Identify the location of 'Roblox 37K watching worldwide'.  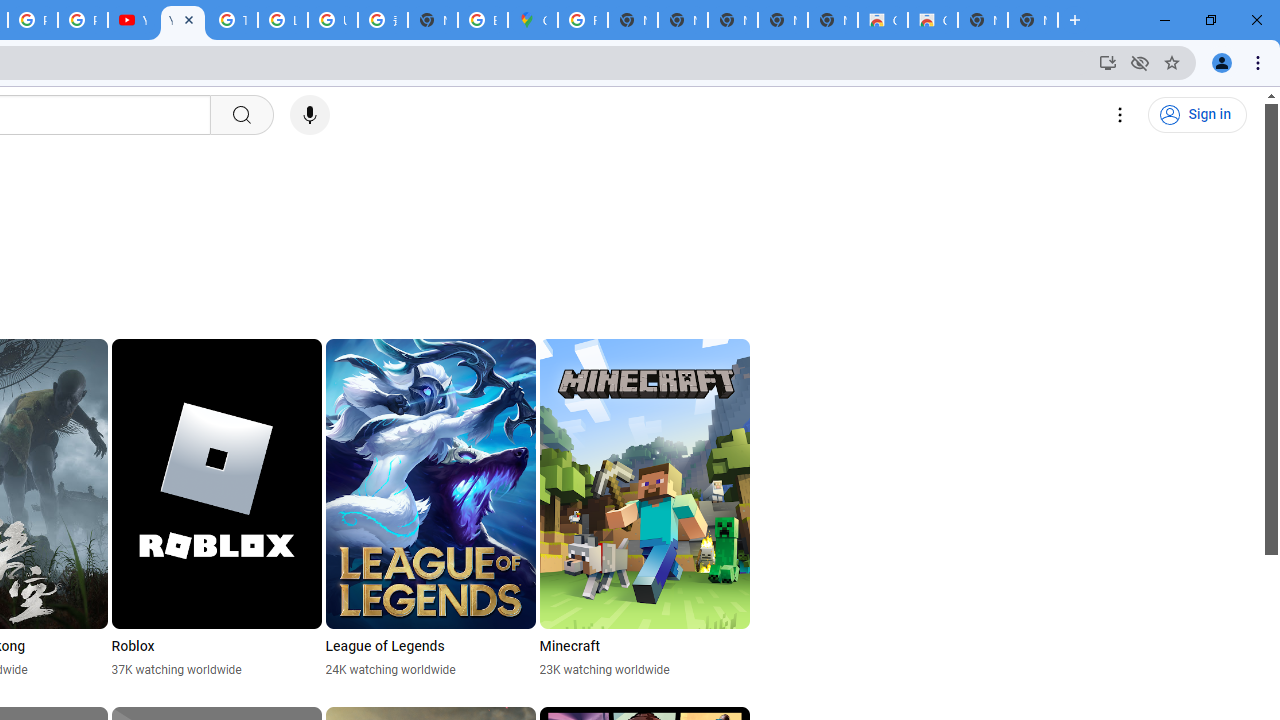
(216, 508).